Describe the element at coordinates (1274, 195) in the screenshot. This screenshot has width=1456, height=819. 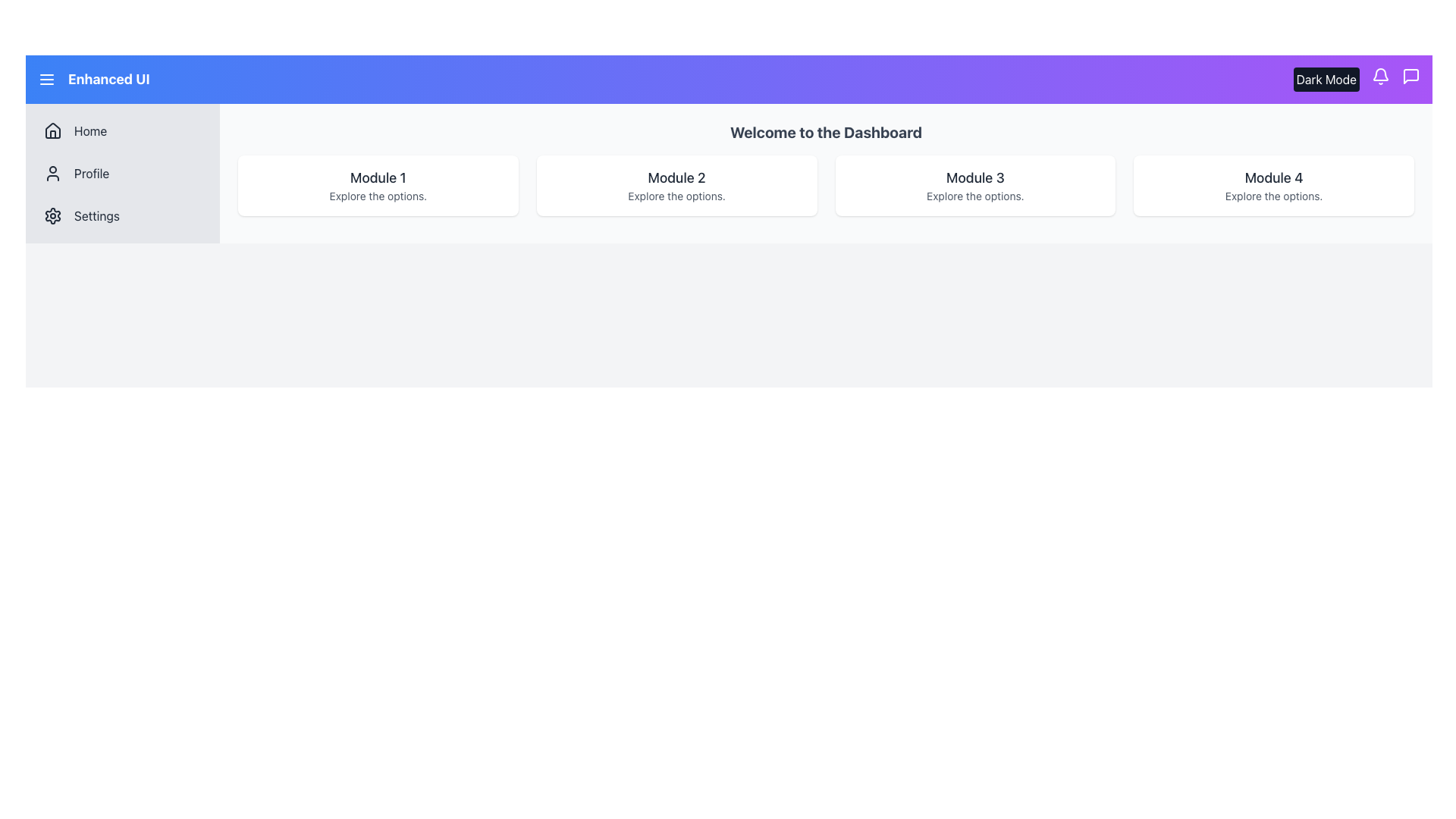
I see `the text label that reads 'Explore the options.' located beneath 'Module 4' in the fourth card of the grid` at that location.